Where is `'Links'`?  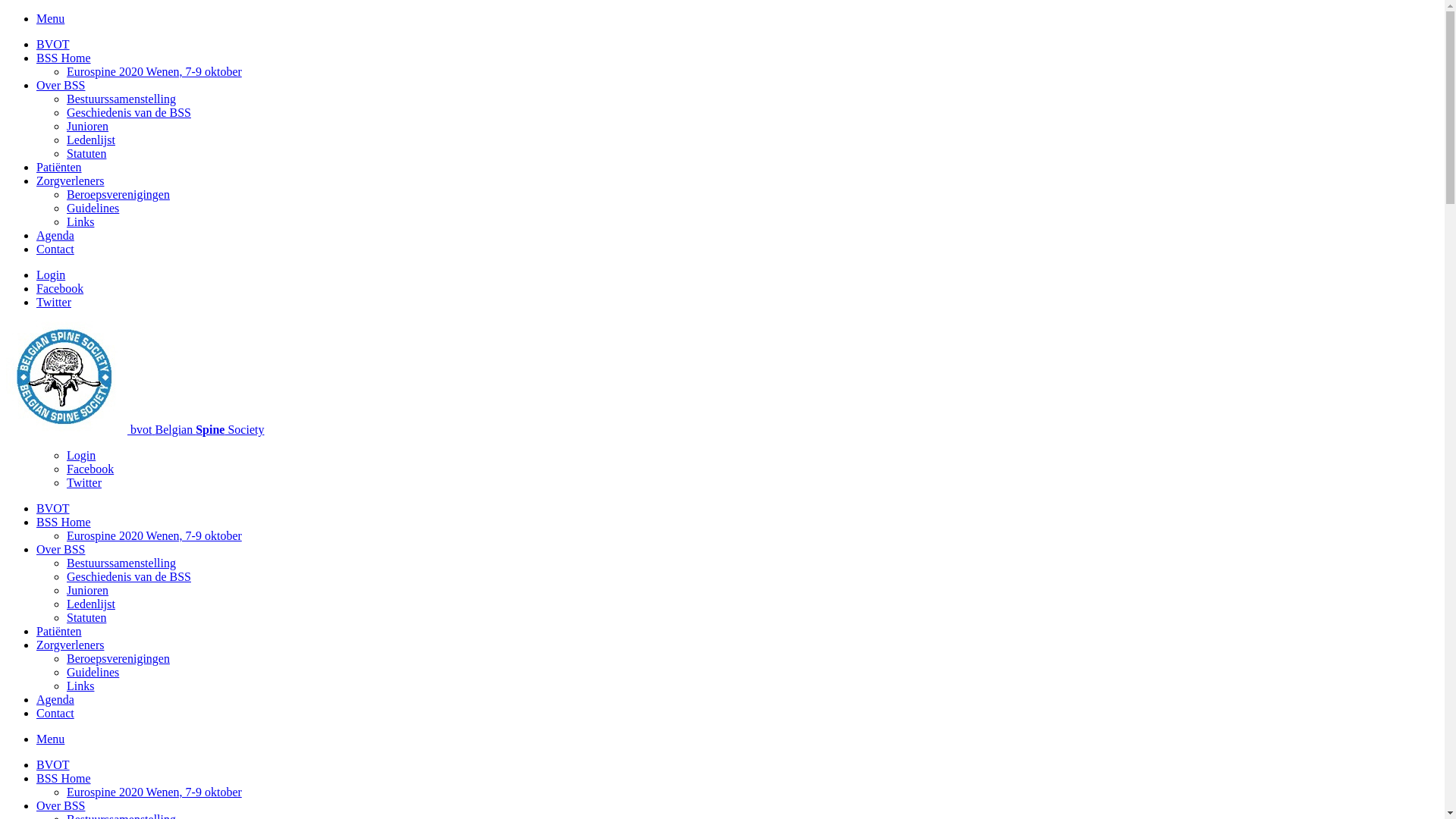 'Links' is located at coordinates (79, 686).